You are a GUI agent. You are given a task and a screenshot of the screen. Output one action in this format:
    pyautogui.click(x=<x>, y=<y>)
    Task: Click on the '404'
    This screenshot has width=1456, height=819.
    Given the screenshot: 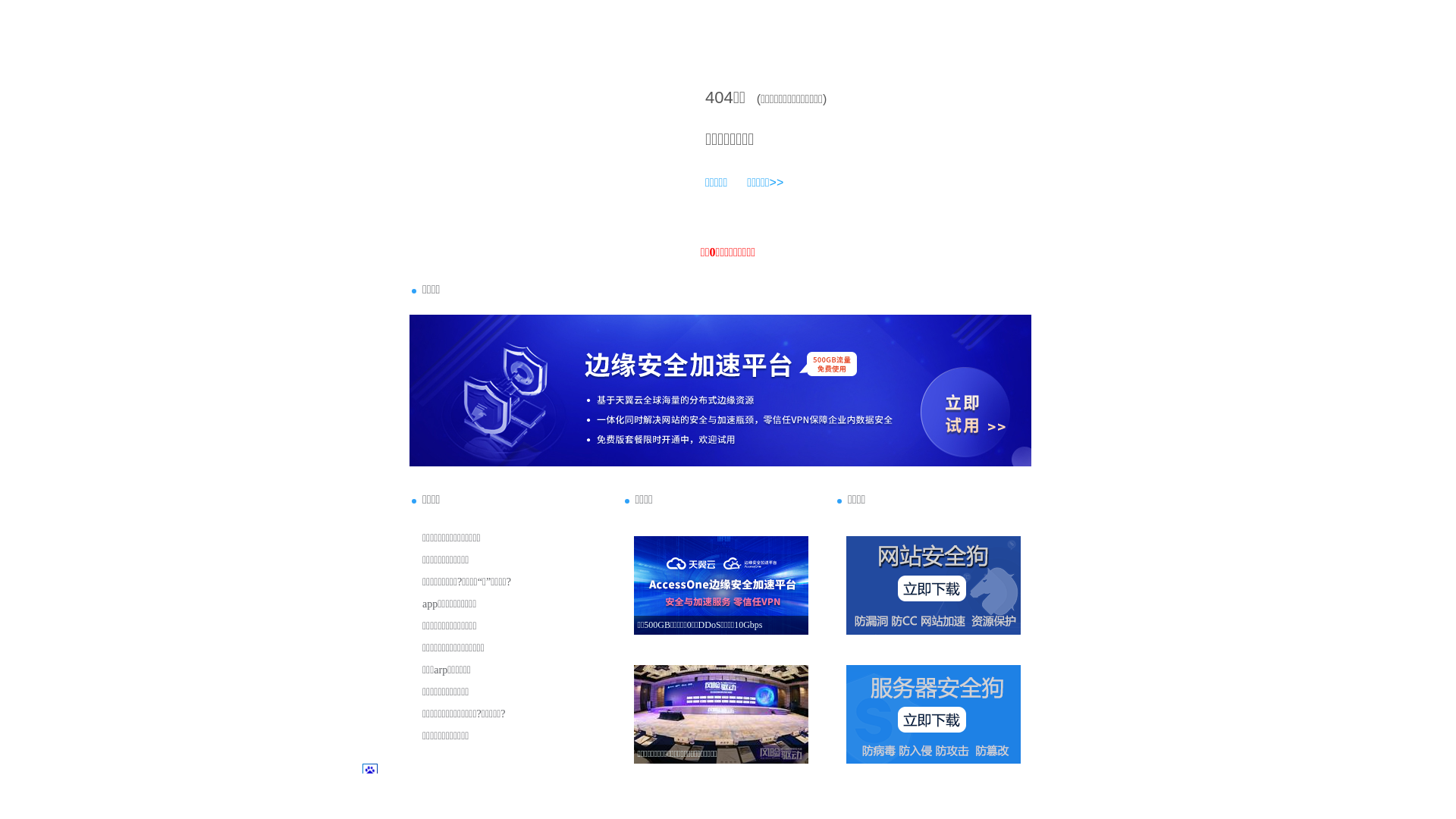 What is the action you would take?
    pyautogui.click(x=718, y=97)
    